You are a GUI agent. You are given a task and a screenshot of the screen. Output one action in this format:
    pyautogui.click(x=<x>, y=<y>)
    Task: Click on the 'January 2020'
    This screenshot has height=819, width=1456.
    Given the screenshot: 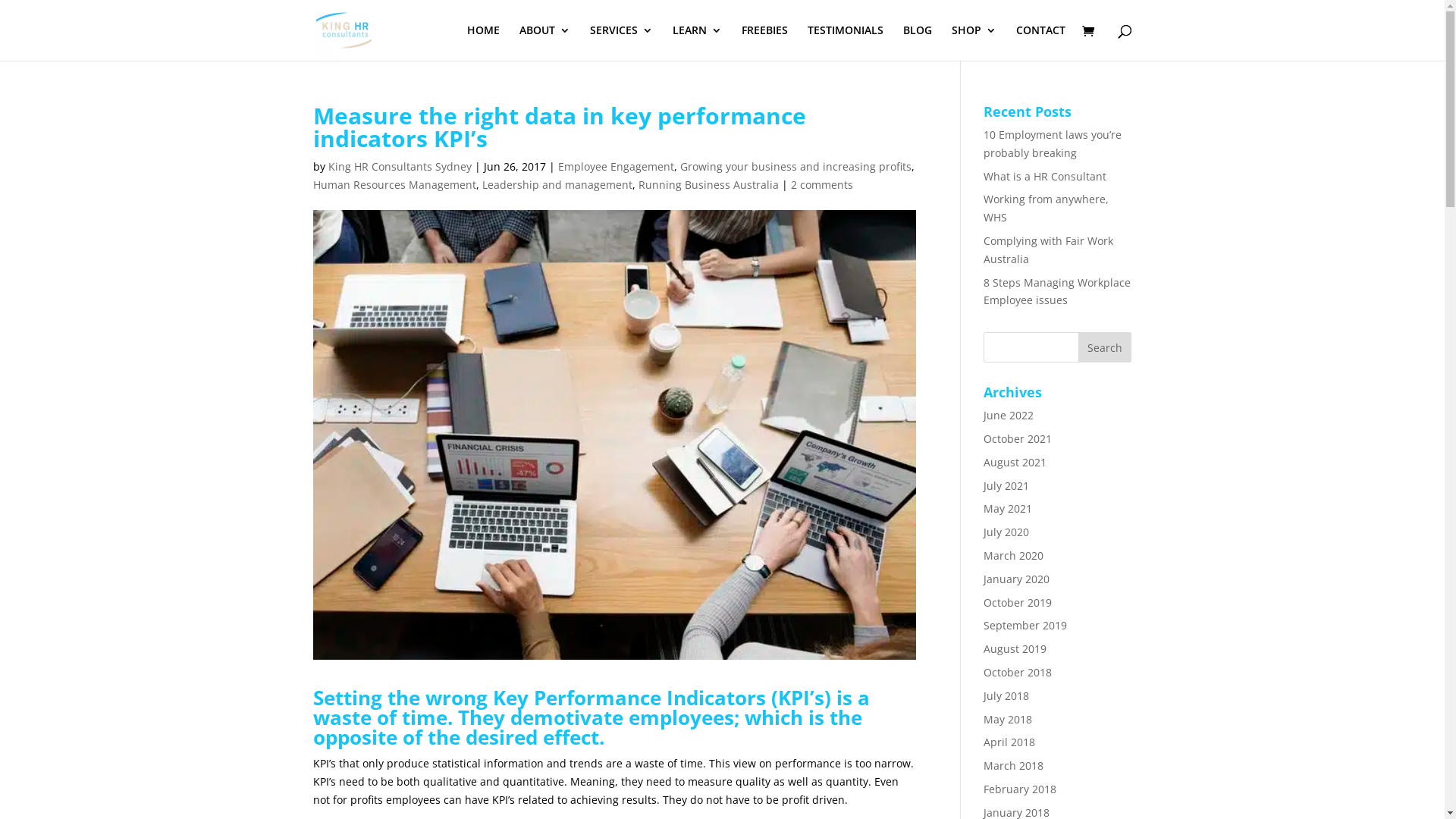 What is the action you would take?
    pyautogui.click(x=1016, y=579)
    